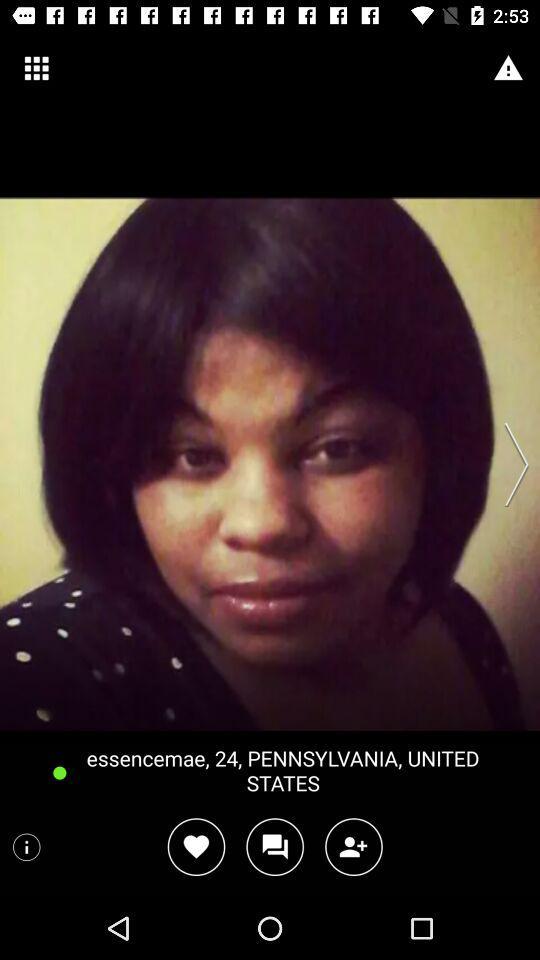 The image size is (540, 960). Describe the element at coordinates (196, 846) in the screenshot. I see `to favorites` at that location.